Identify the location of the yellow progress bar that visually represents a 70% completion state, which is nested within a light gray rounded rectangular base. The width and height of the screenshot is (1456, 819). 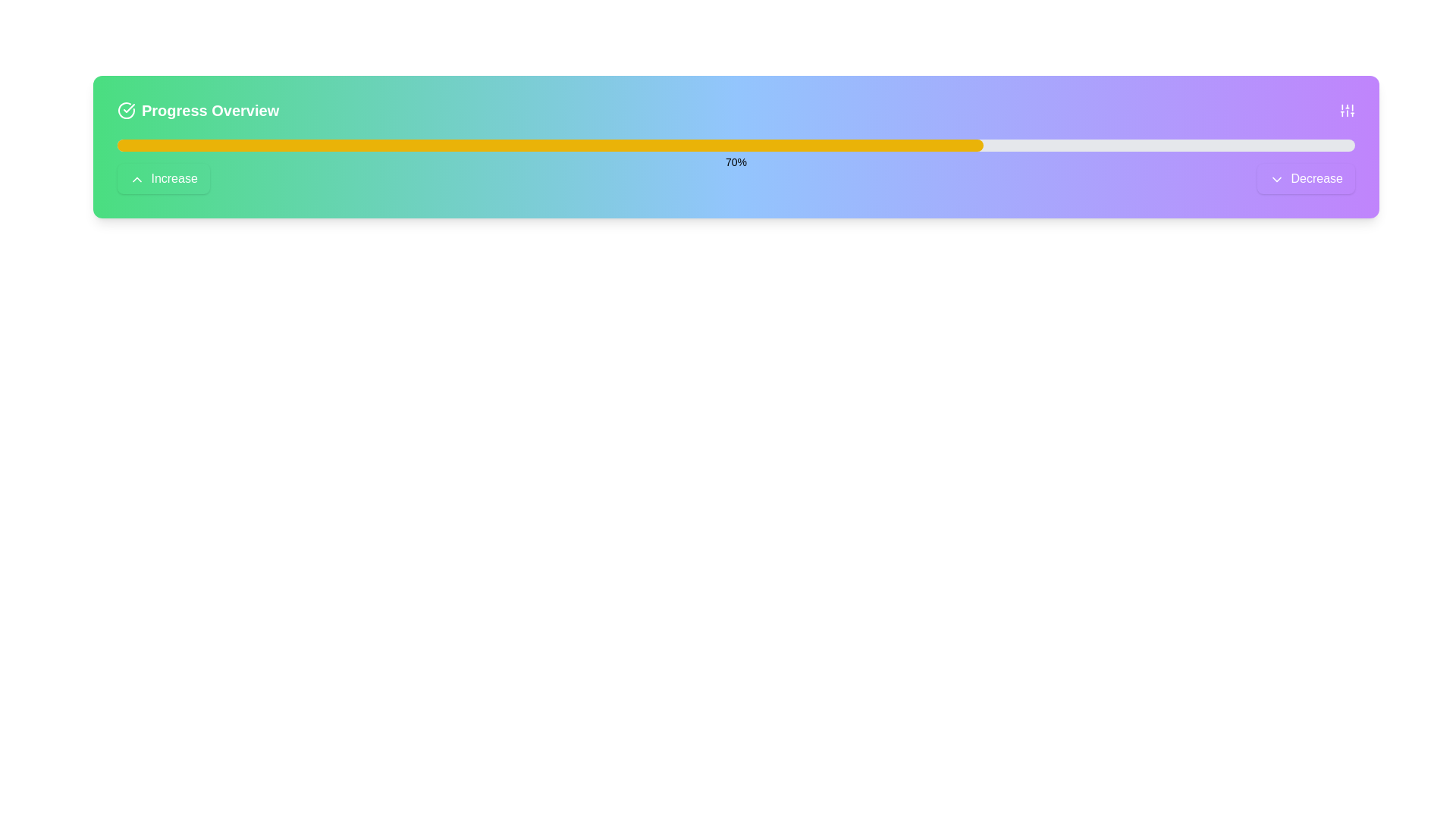
(550, 146).